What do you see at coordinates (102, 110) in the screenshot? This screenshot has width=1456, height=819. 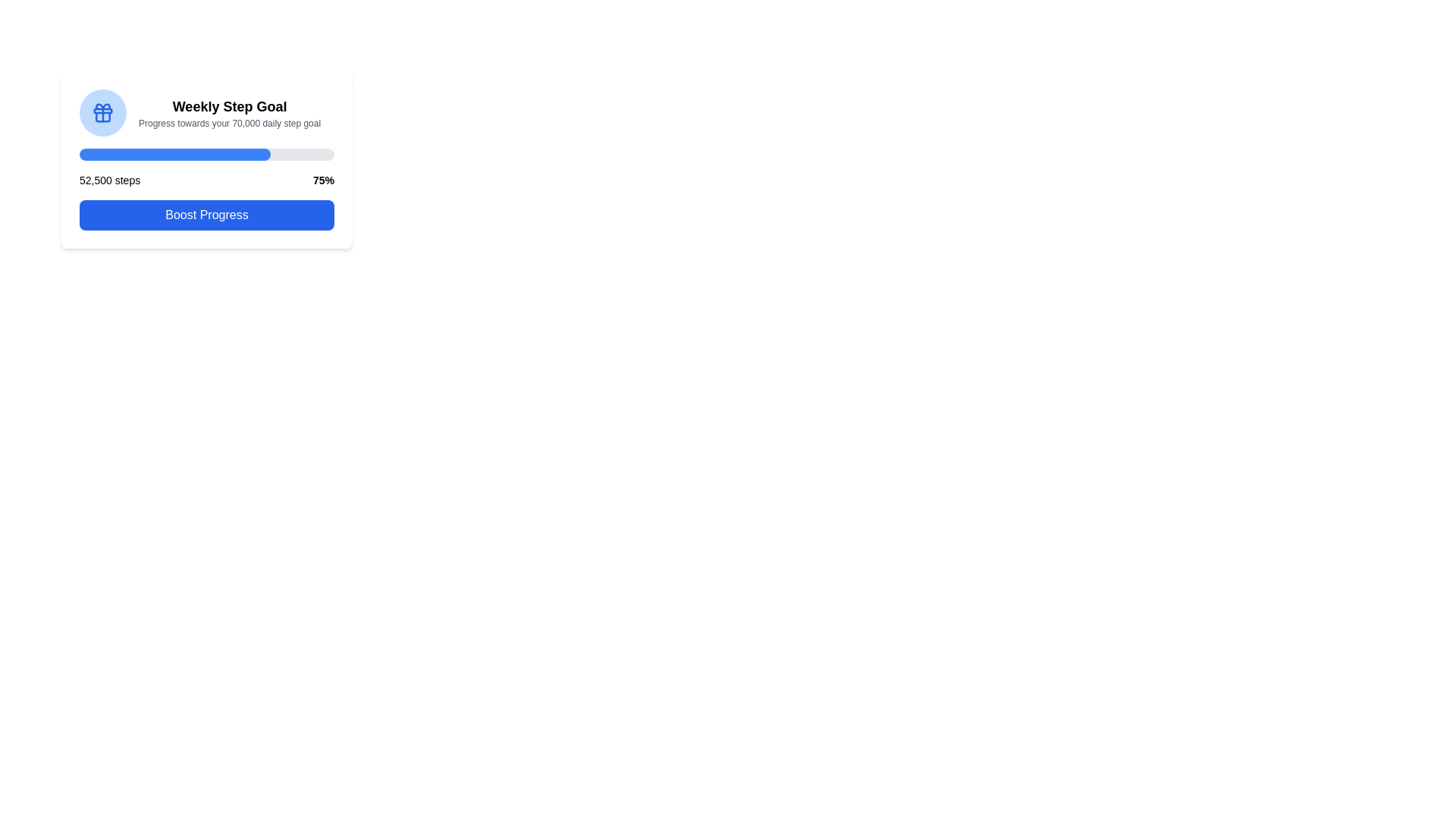 I see `the decorative graphical component styled as a horizontal bar with rounded ends, located within the gift box icon` at bounding box center [102, 110].